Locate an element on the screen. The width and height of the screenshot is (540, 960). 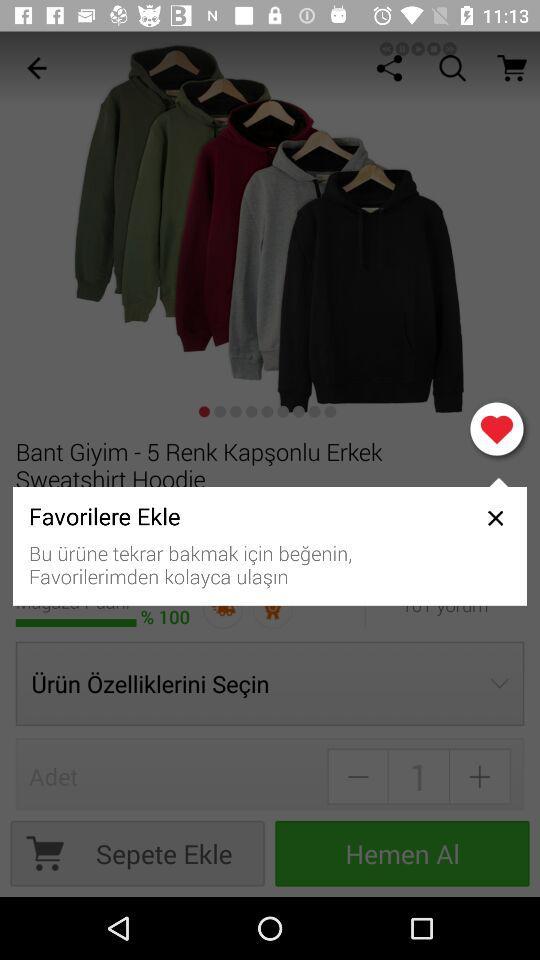
the close icon is located at coordinates (494, 517).